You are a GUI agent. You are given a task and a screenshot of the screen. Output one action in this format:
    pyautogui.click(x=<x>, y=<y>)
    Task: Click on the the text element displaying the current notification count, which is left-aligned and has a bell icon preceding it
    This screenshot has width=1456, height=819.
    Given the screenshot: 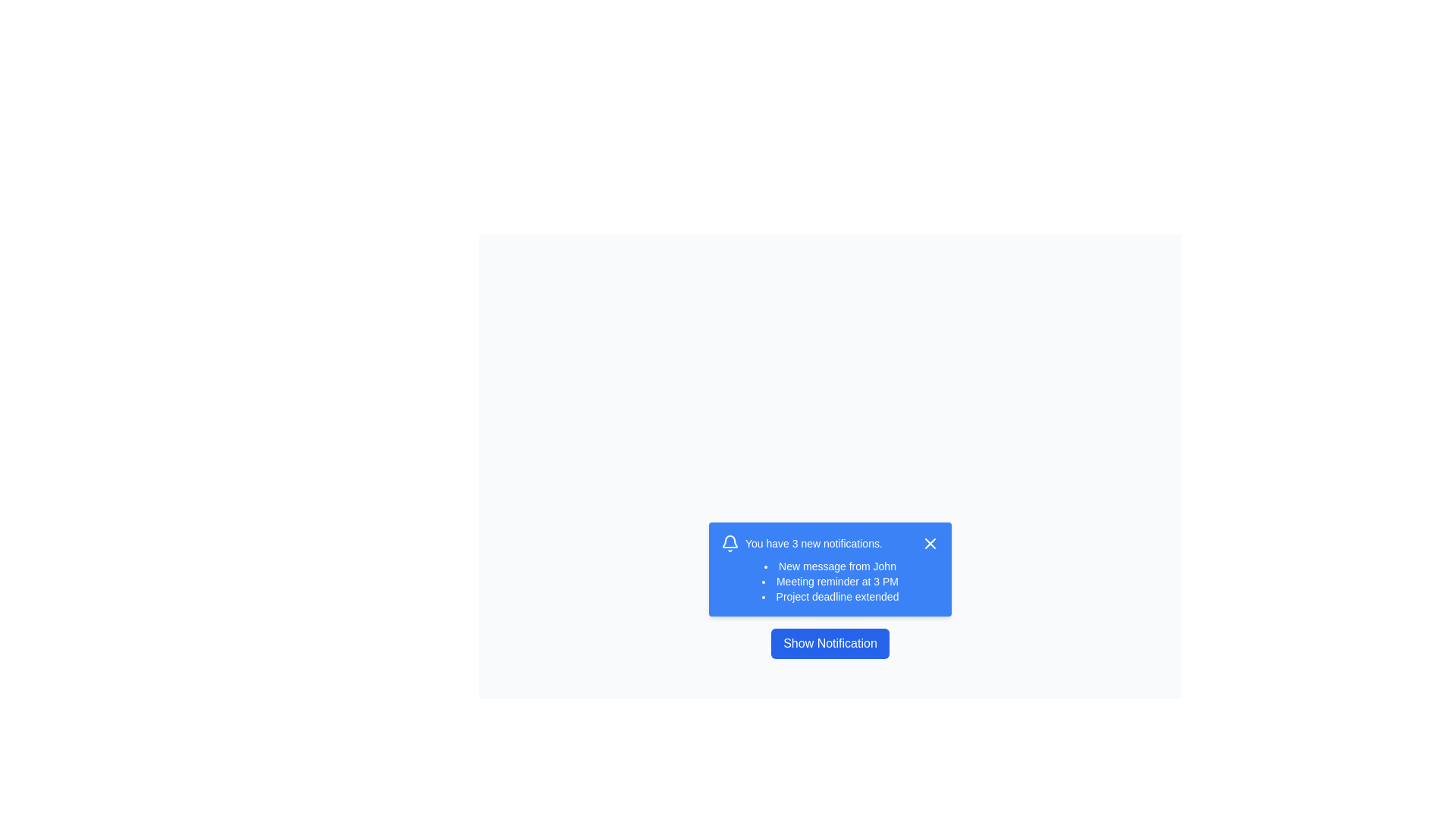 What is the action you would take?
    pyautogui.click(x=801, y=543)
    